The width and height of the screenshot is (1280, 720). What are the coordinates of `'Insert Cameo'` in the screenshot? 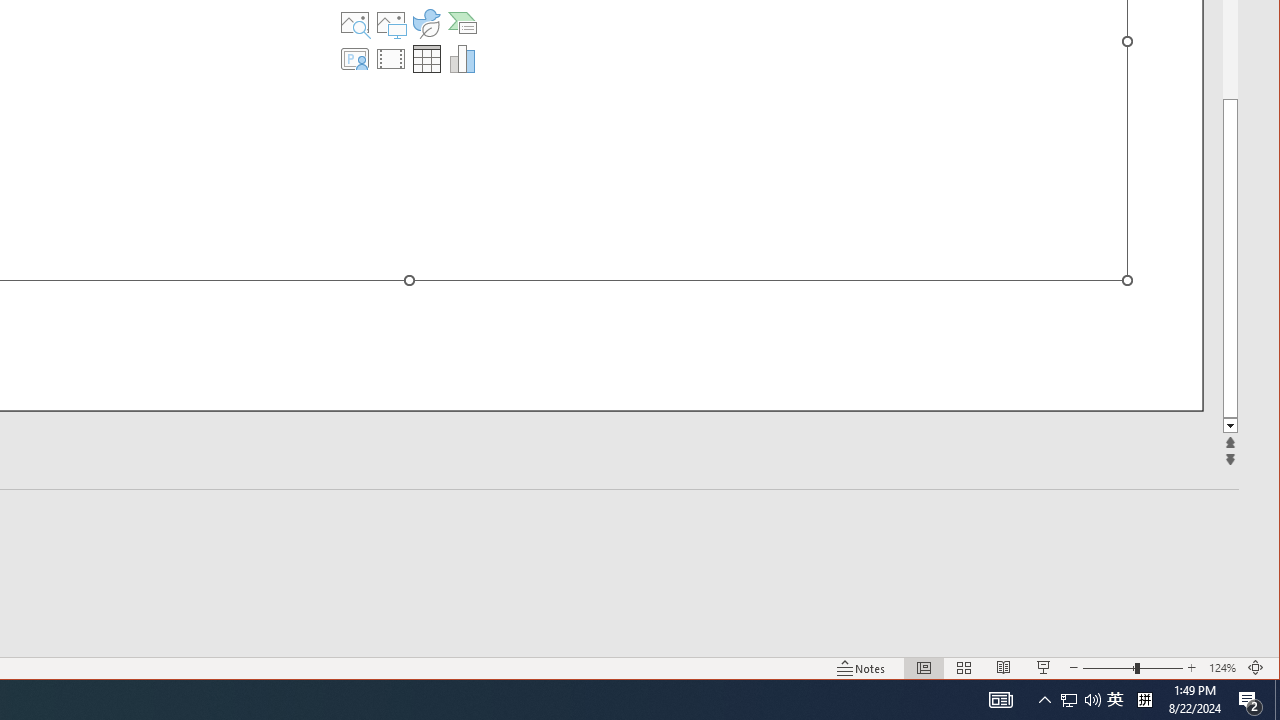 It's located at (355, 58).